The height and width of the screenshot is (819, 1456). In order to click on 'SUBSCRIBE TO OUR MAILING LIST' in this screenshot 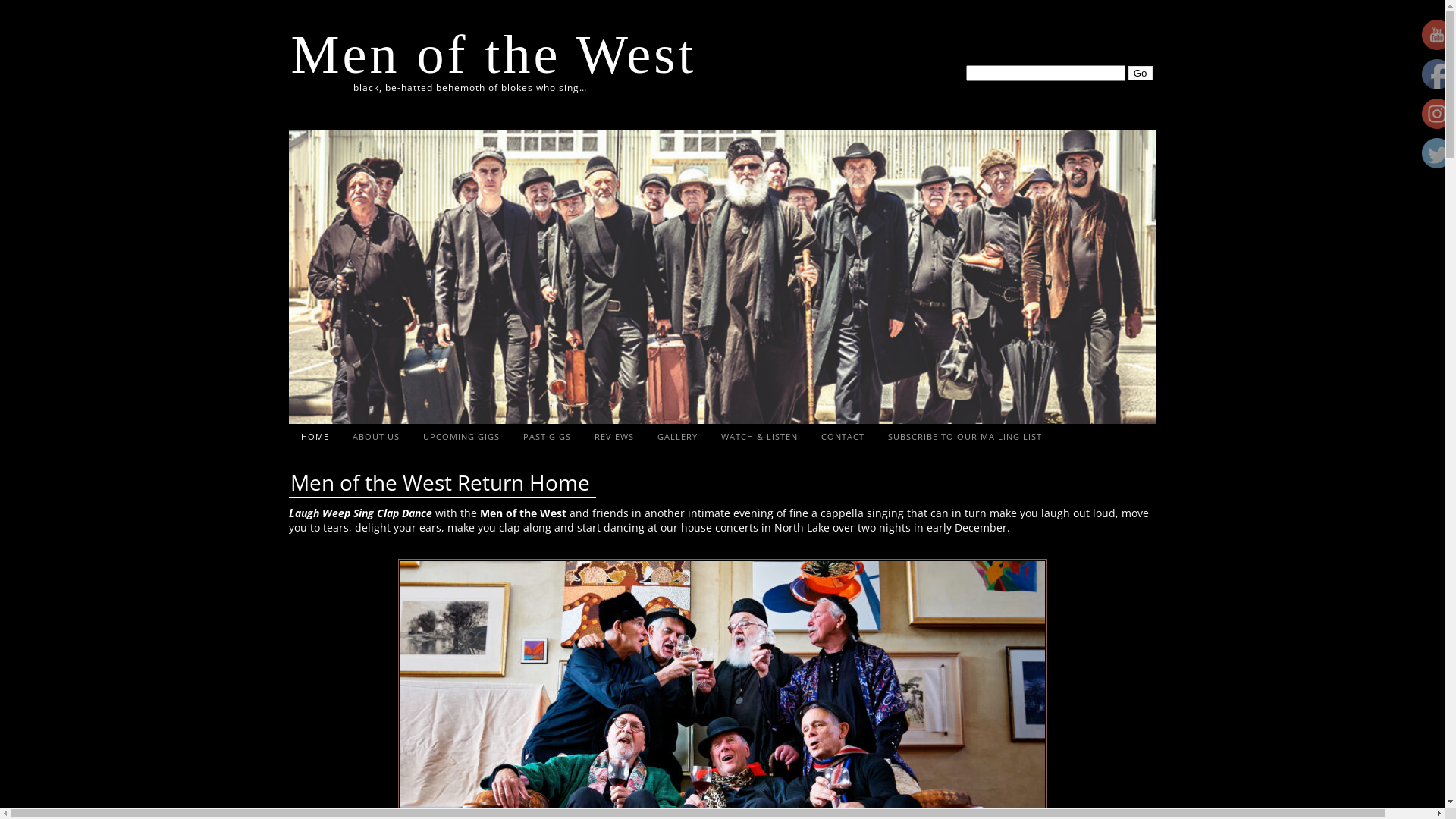, I will do `click(964, 435)`.